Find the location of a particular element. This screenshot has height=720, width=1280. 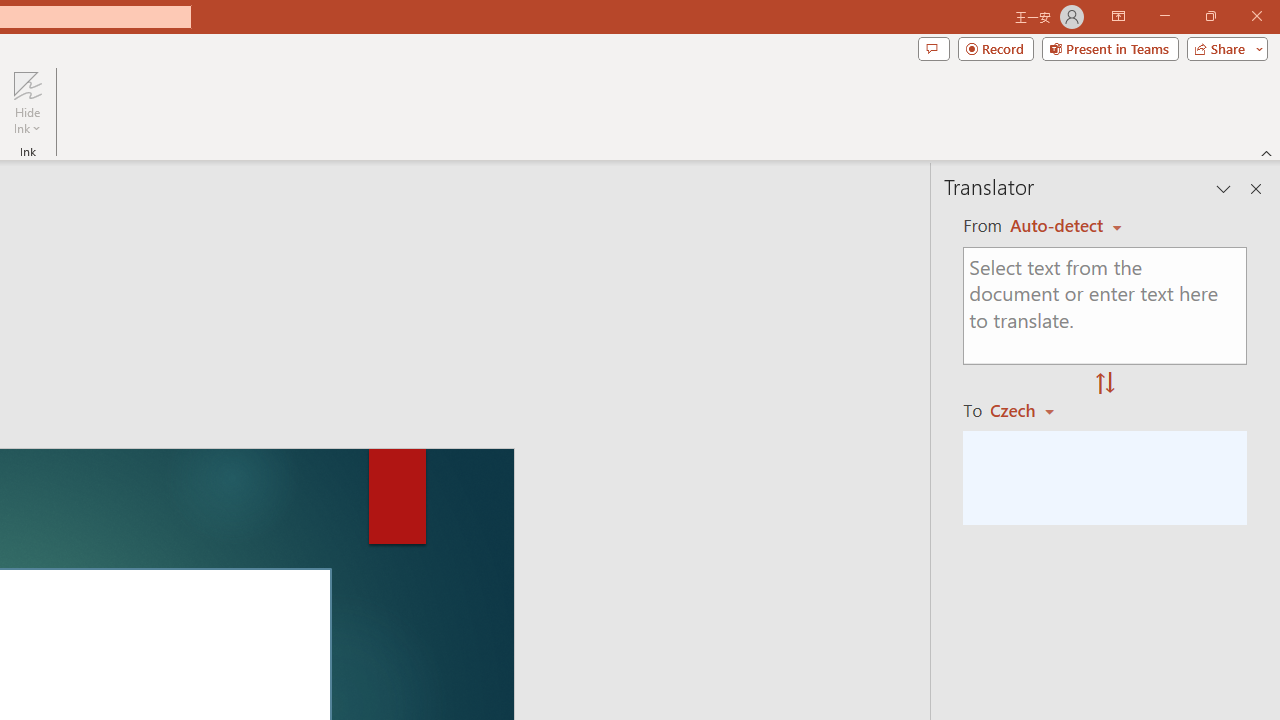

'Czech' is located at coordinates (1031, 409).